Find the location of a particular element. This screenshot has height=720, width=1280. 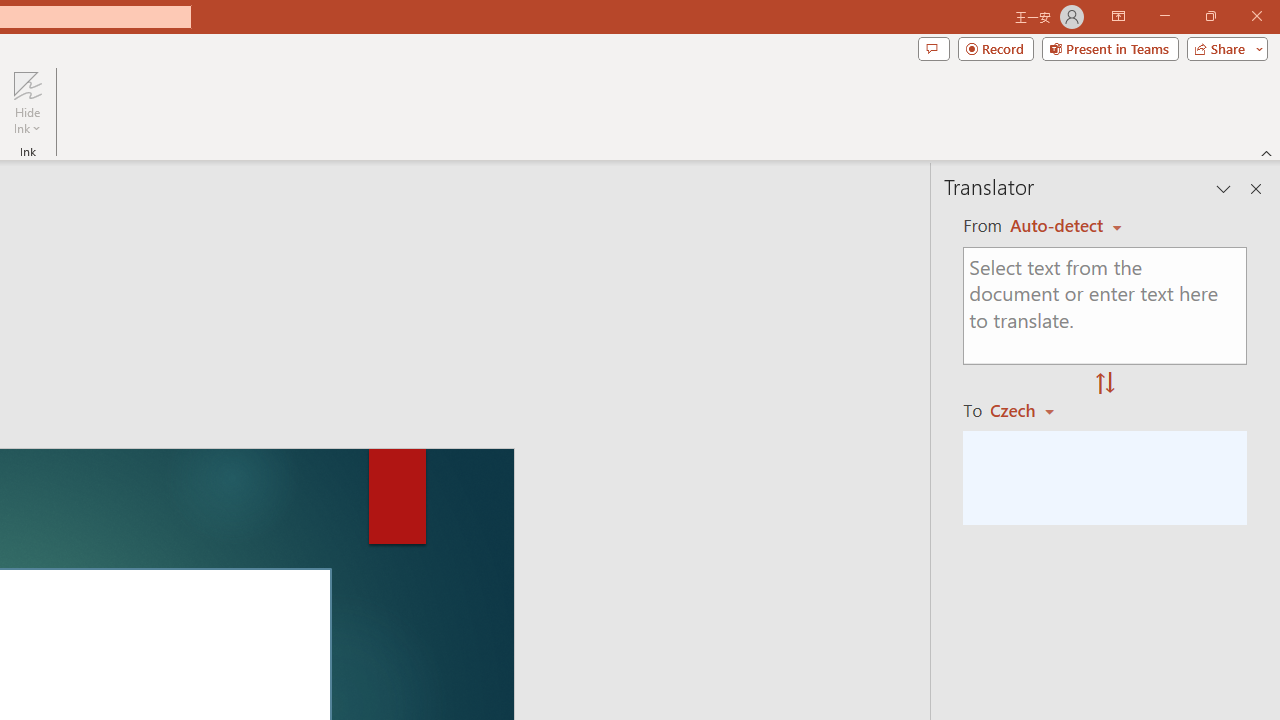

'Czech' is located at coordinates (1031, 409).